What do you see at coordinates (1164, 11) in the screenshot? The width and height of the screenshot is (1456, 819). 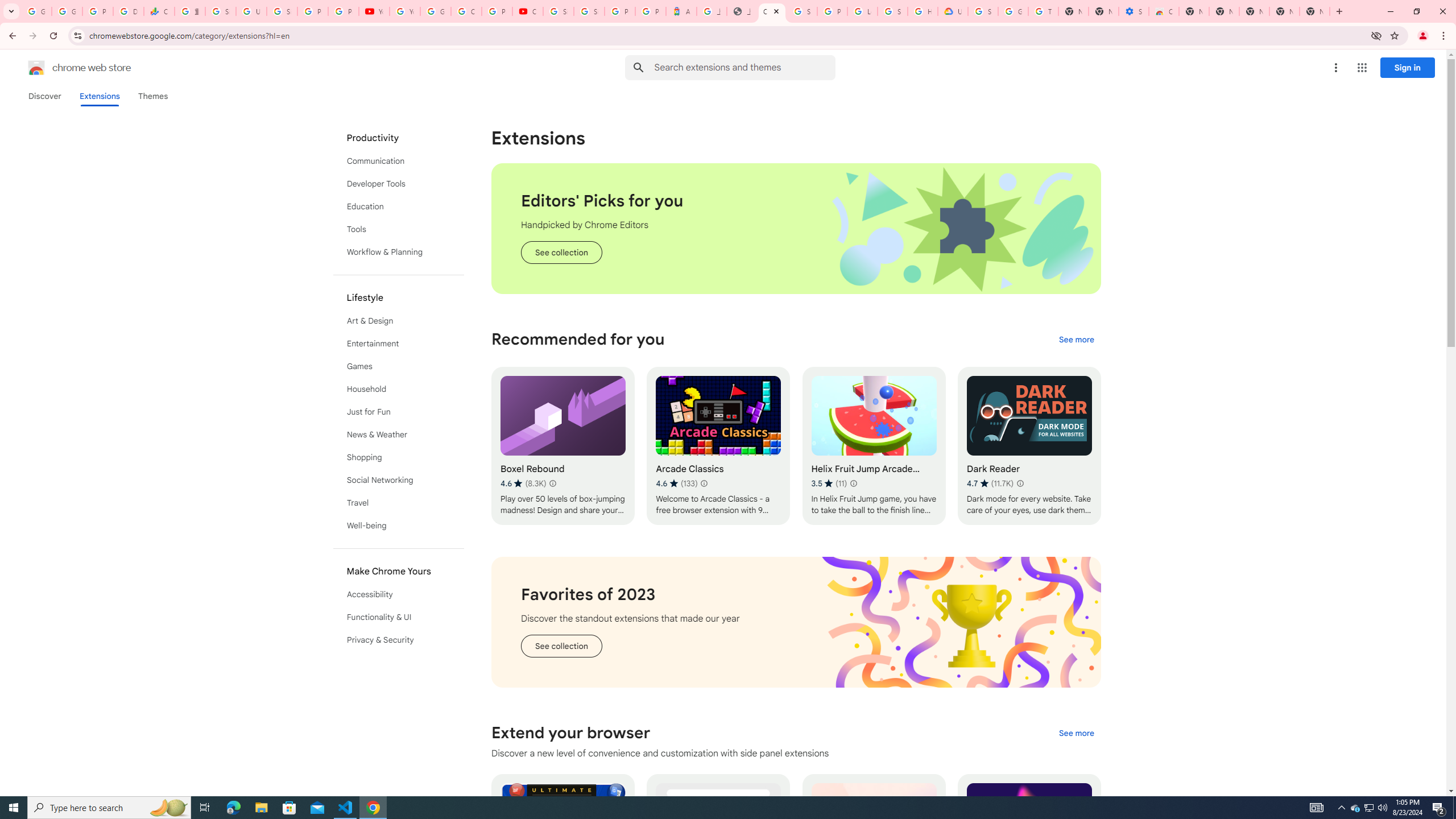 I see `'Chrome Web Store - Accessibility extensions'` at bounding box center [1164, 11].